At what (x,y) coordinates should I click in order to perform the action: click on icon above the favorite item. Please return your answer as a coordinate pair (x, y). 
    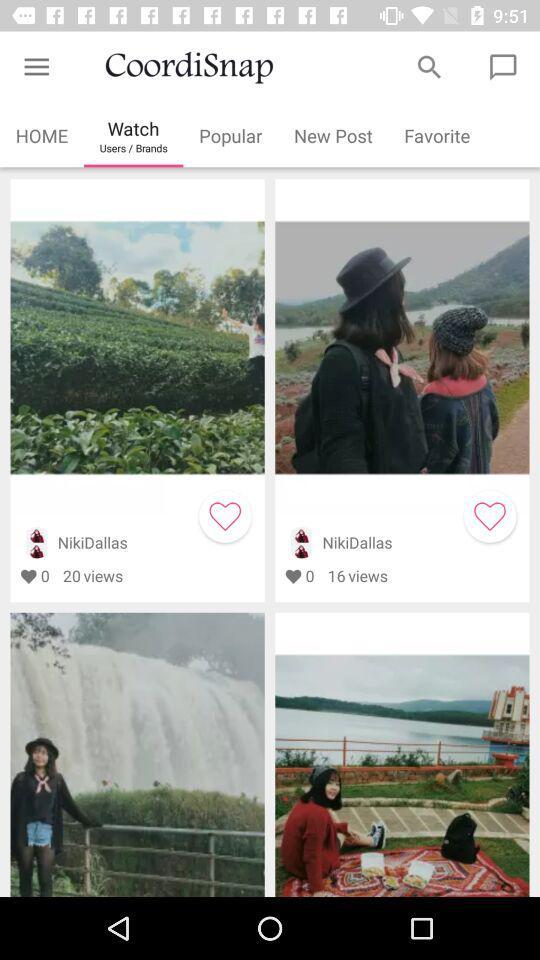
    Looking at the image, I should click on (428, 67).